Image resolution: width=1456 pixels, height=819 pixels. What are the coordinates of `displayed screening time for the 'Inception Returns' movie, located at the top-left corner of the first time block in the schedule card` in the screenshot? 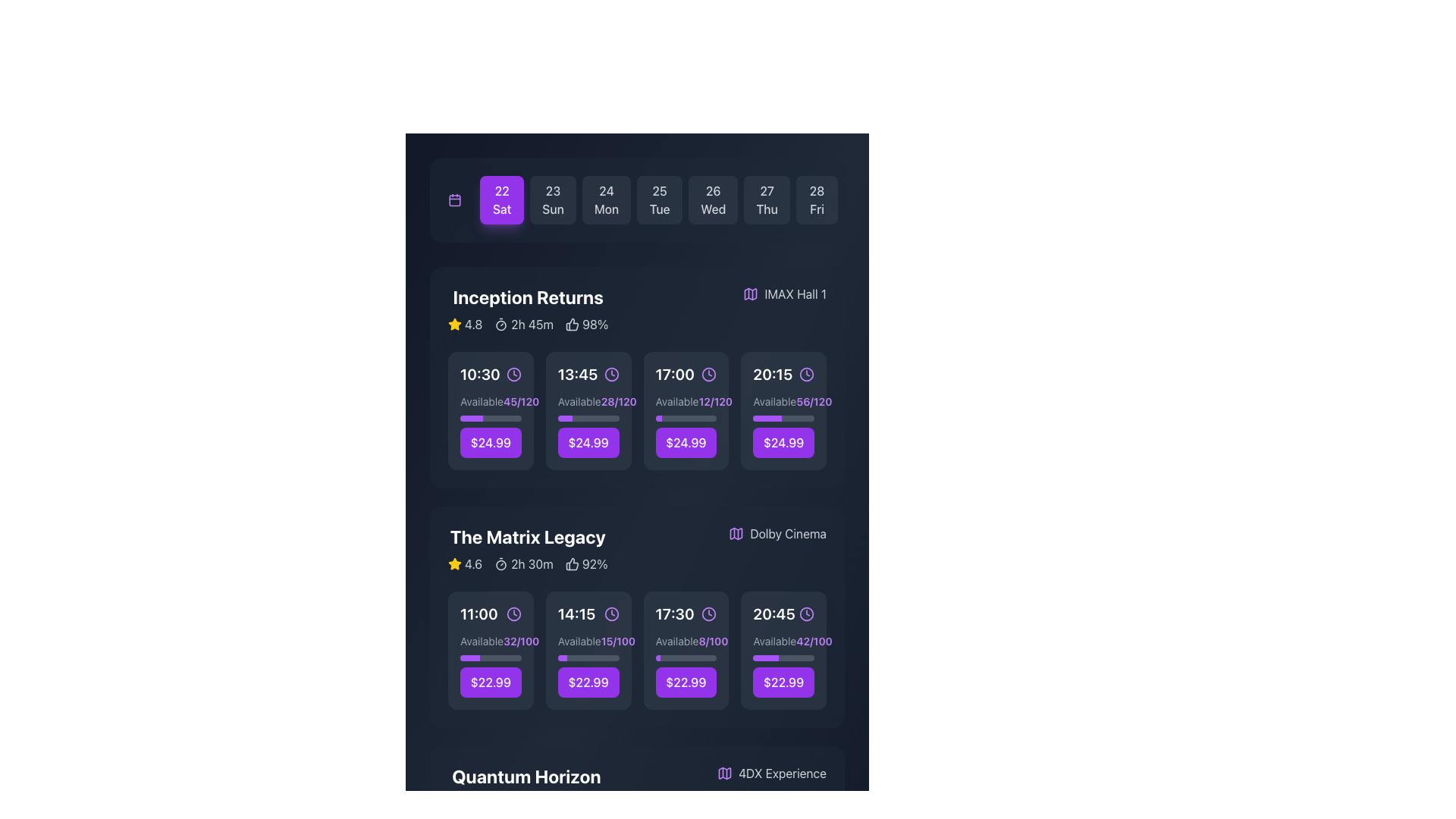 It's located at (491, 374).